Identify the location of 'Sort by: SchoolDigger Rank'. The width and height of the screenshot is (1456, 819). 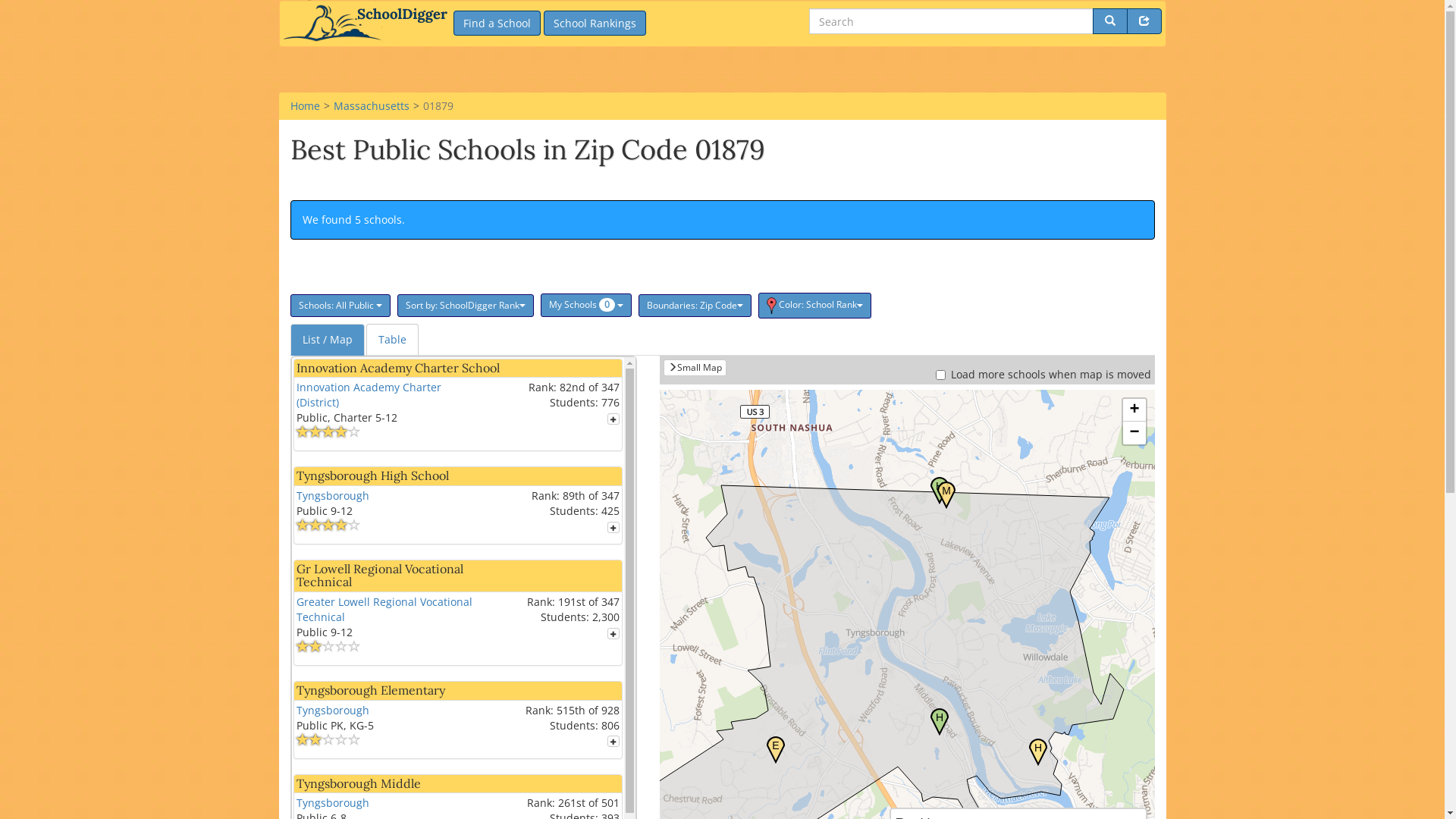
(397, 305).